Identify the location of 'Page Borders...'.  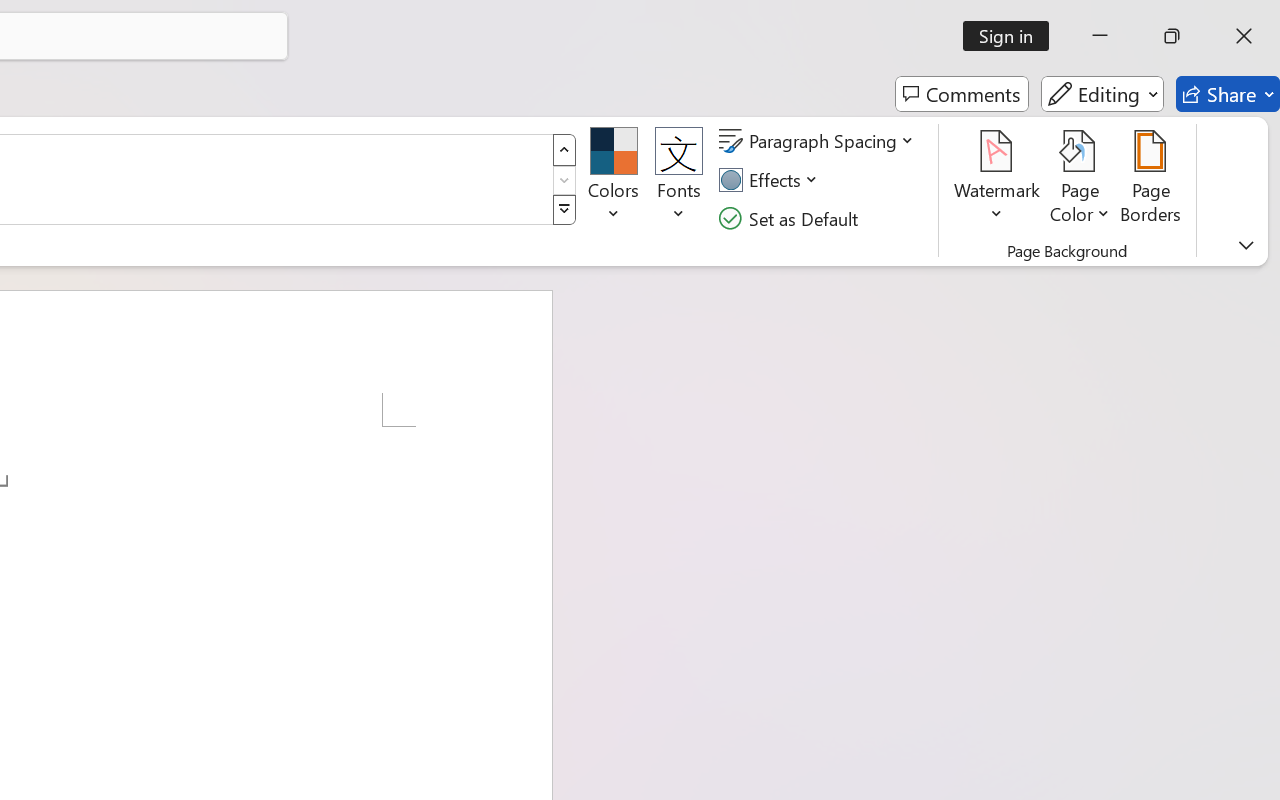
(1151, 179).